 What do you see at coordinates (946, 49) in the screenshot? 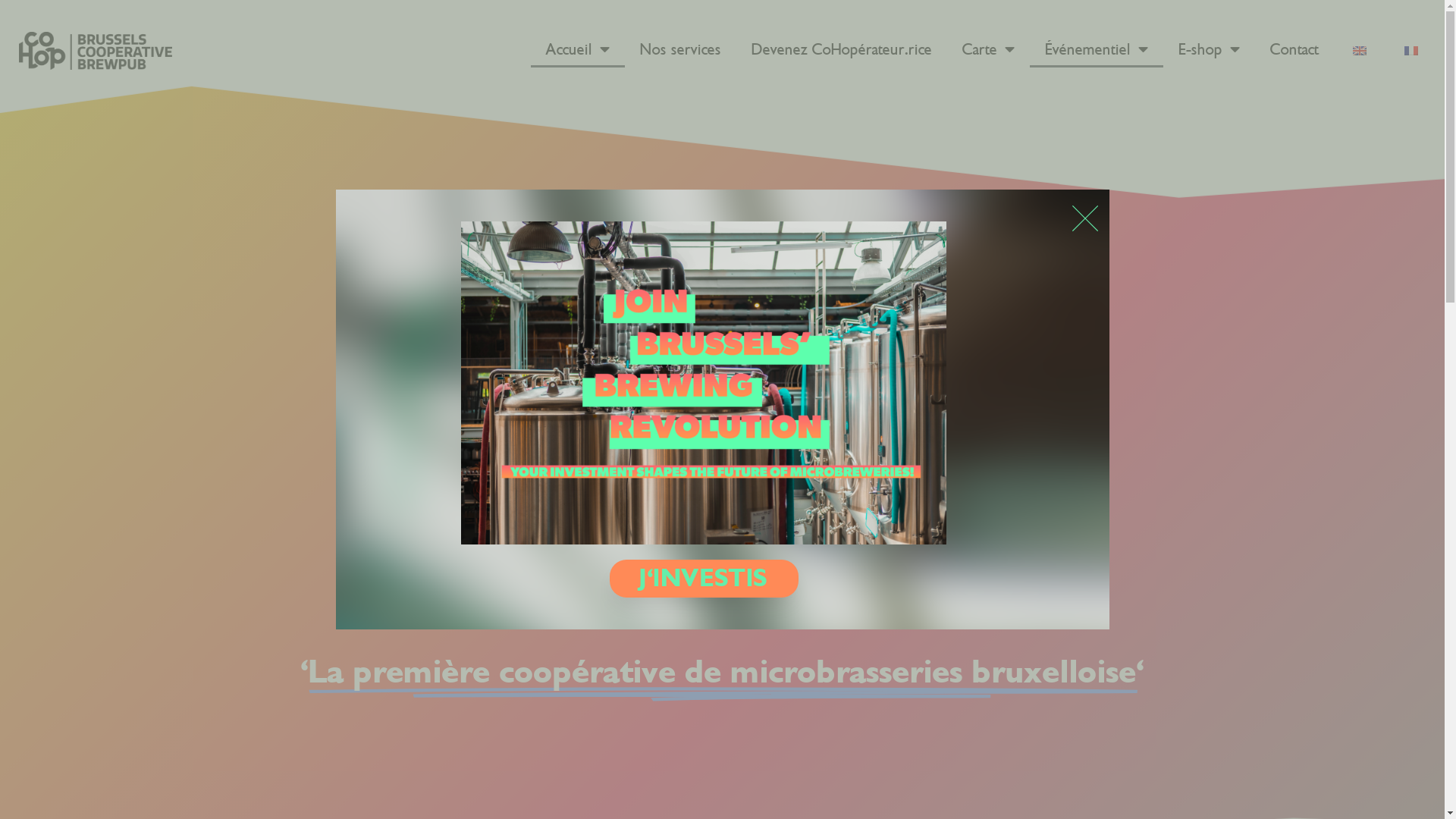
I see `'Carte'` at bounding box center [946, 49].